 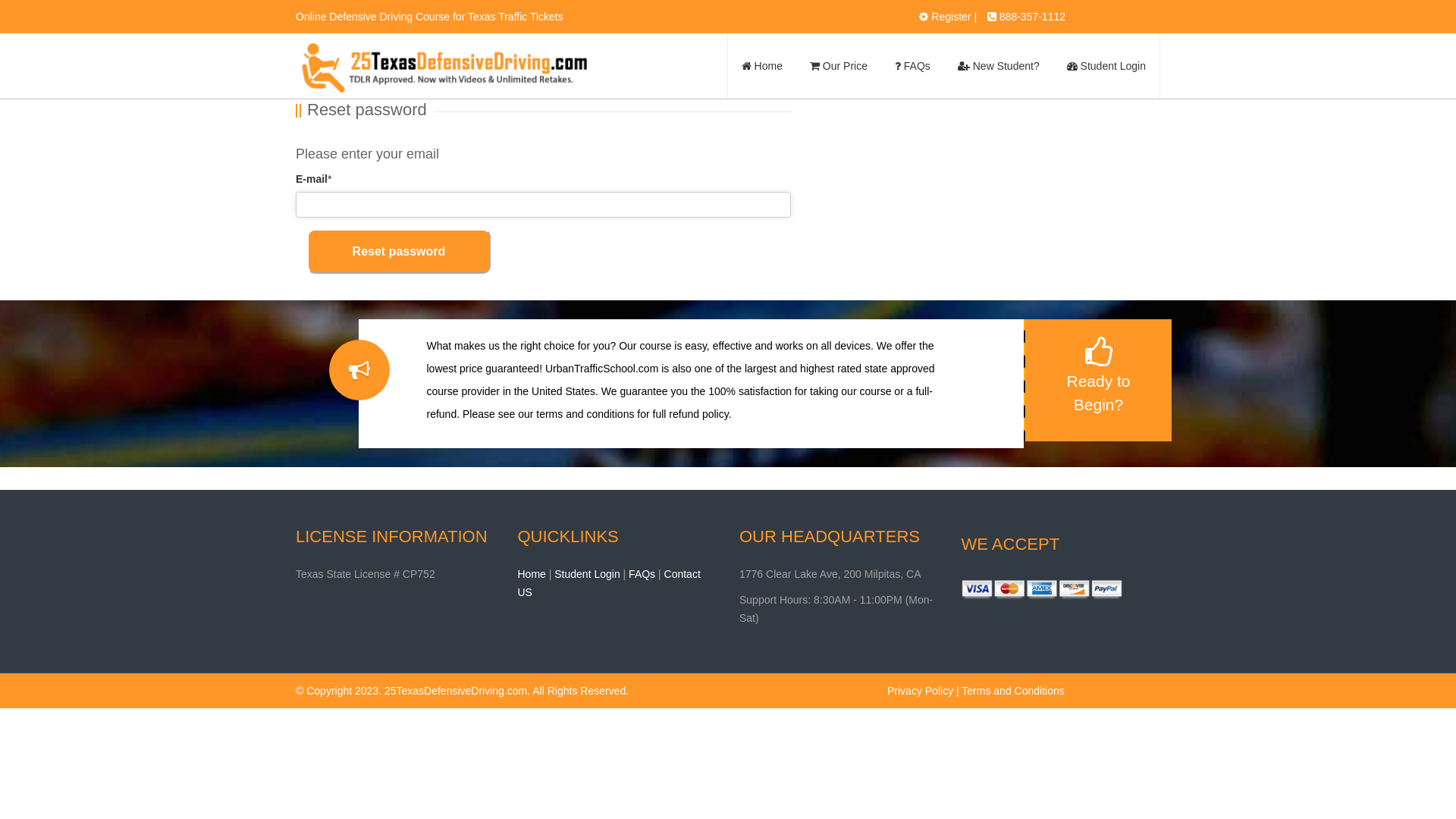 What do you see at coordinates (949, 17) in the screenshot?
I see `'Register'` at bounding box center [949, 17].